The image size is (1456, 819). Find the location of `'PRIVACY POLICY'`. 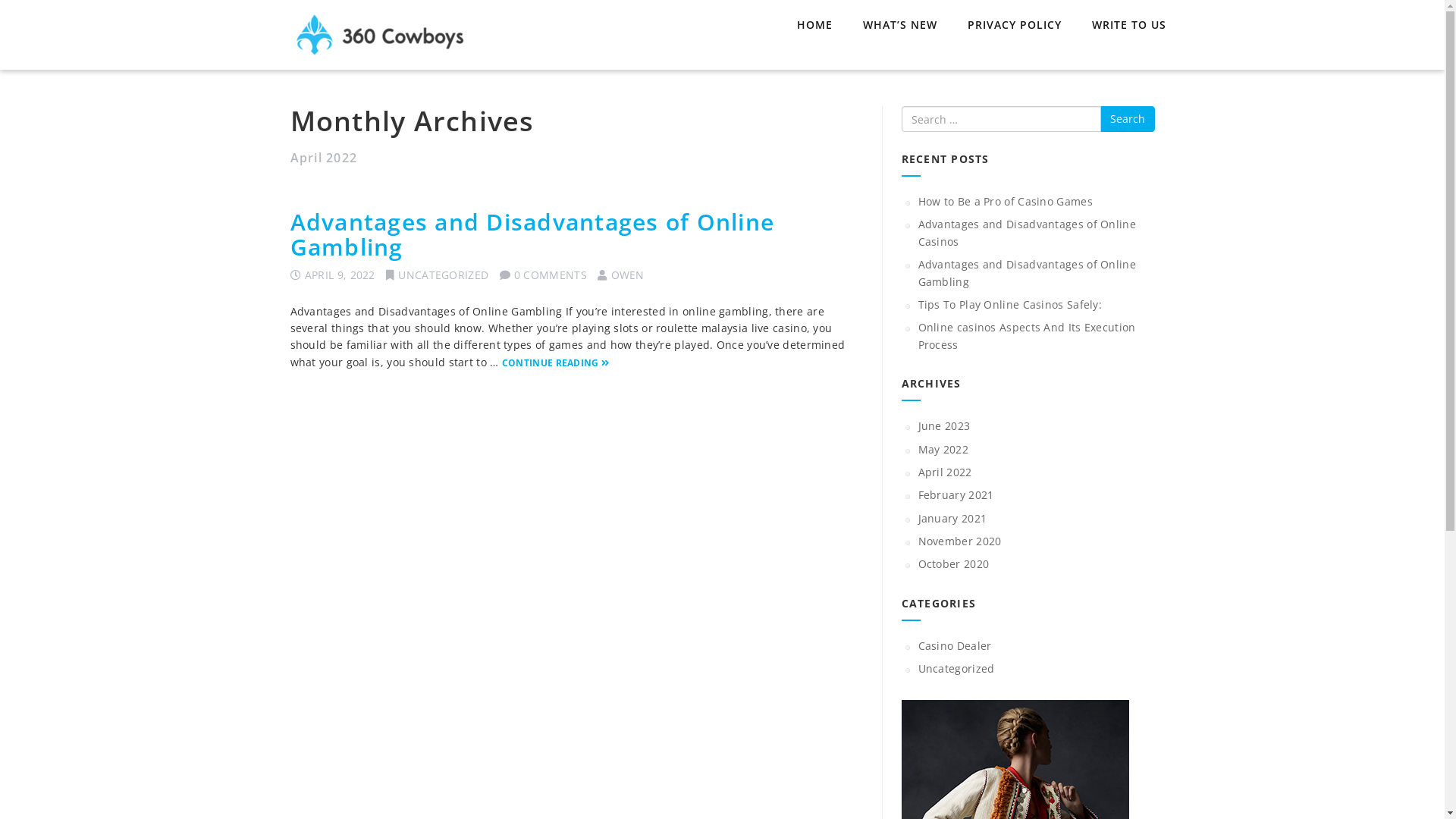

'PRIVACY POLICY' is located at coordinates (967, 26).